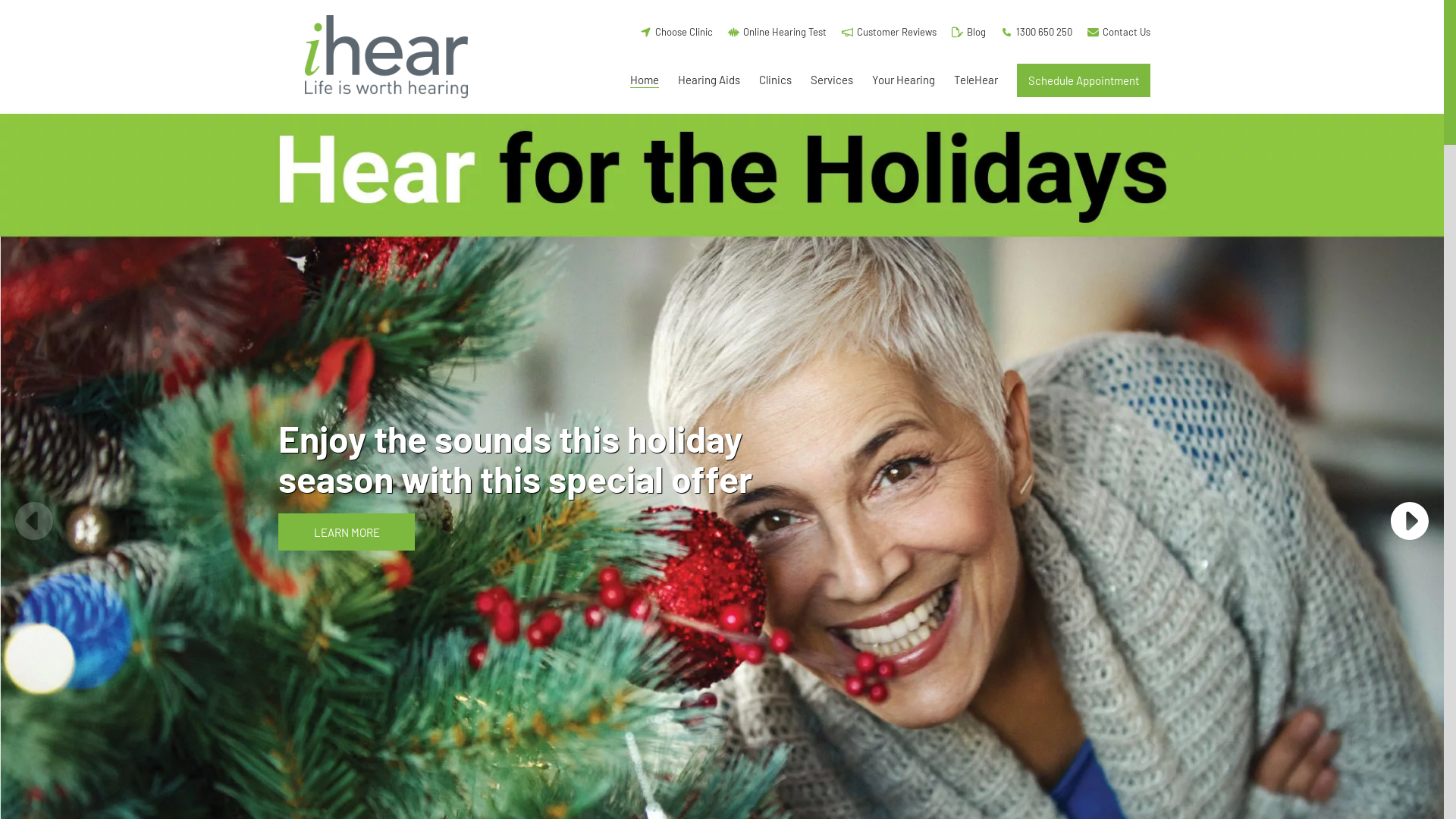 Image resolution: width=1456 pixels, height=819 pixels. What do you see at coordinates (889, 31) in the screenshot?
I see `'Customer Reviews'` at bounding box center [889, 31].